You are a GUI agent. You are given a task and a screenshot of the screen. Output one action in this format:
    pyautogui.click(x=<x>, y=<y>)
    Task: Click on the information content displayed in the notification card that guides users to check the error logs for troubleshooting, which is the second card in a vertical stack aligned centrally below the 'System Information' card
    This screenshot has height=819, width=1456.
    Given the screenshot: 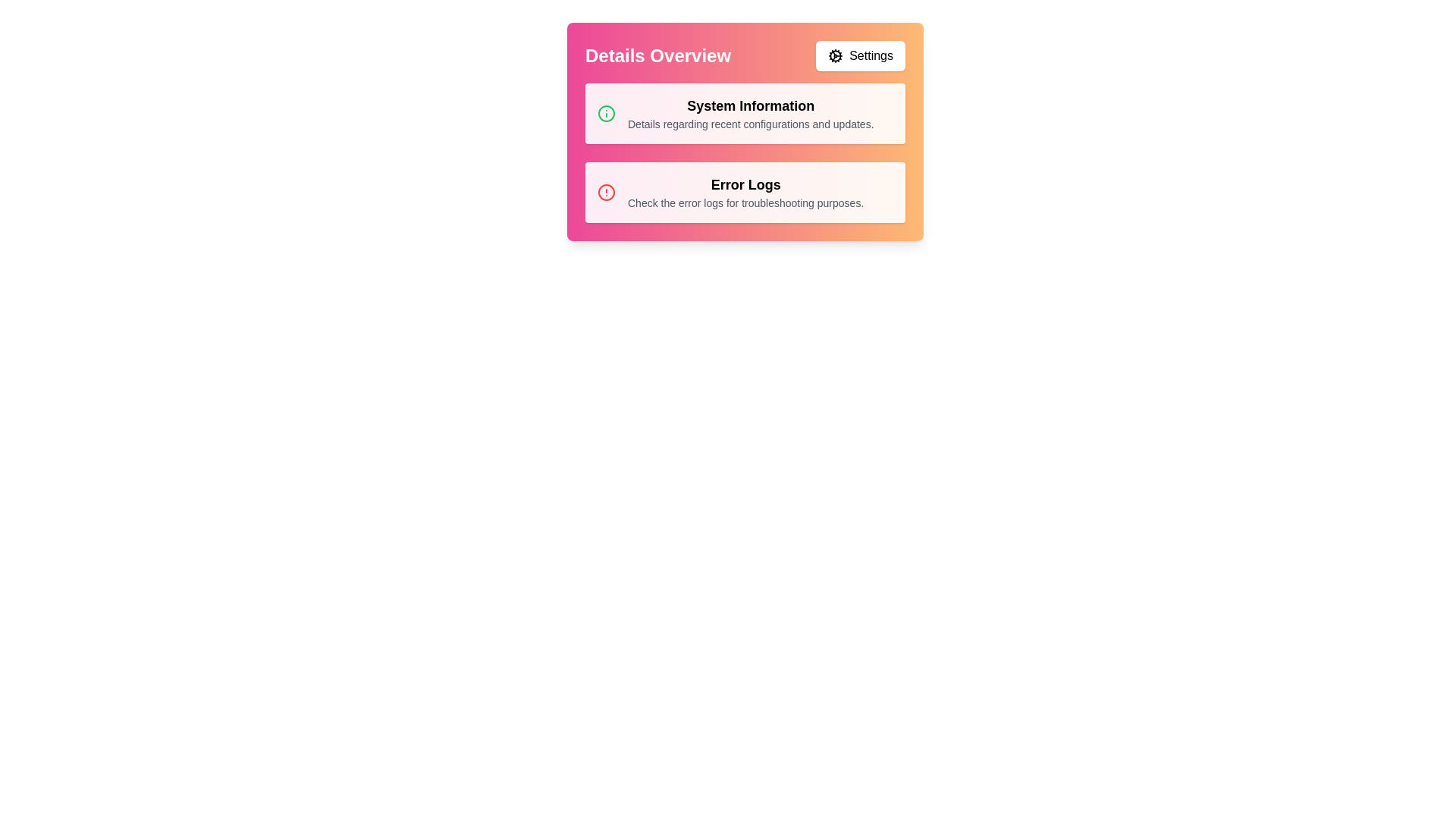 What is the action you would take?
    pyautogui.click(x=745, y=192)
    